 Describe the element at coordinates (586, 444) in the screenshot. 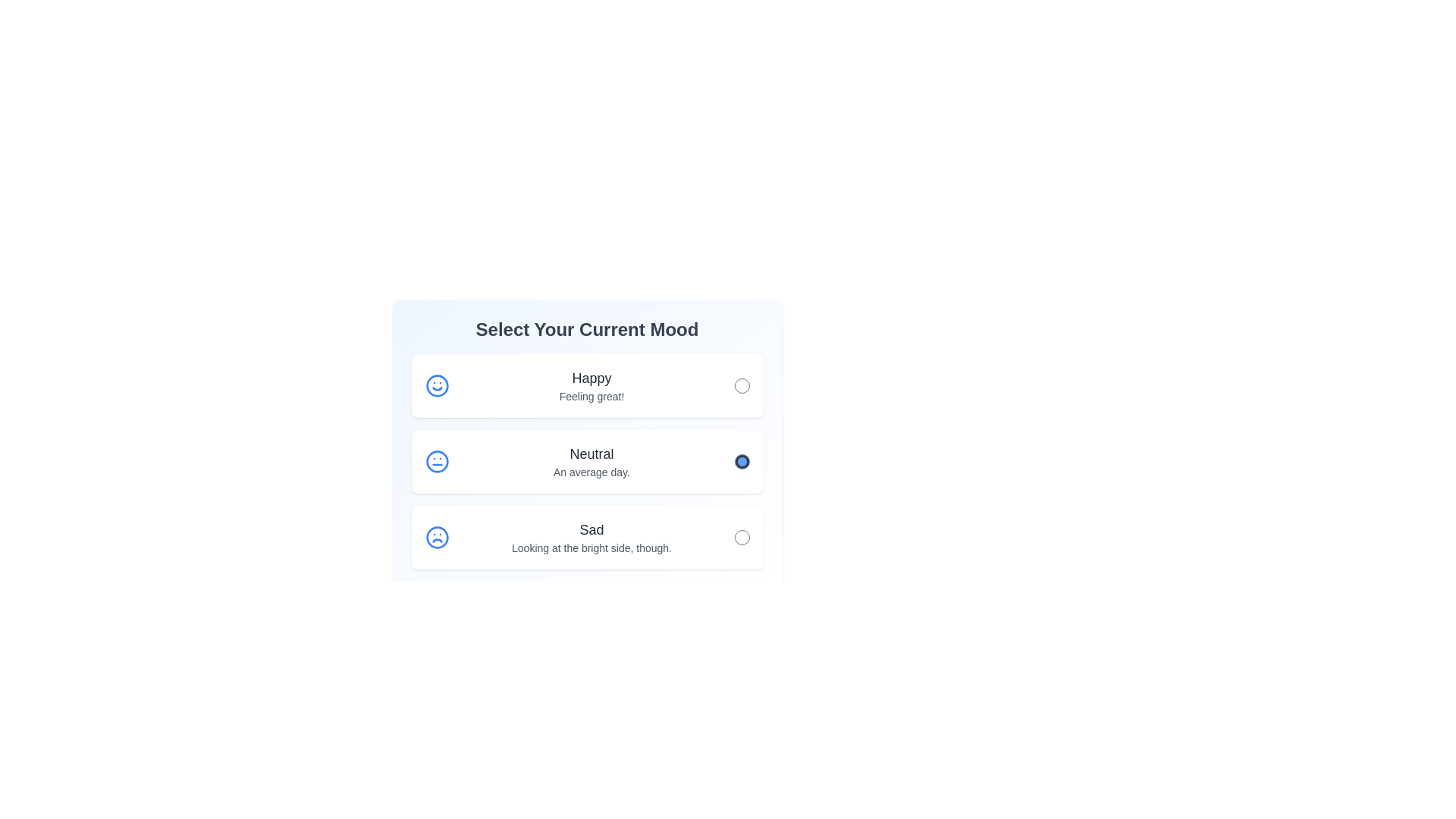

I see `the 'Neutral' mood radio button, which is the second card in a group of three mood selection options located centrally in the interface` at that location.